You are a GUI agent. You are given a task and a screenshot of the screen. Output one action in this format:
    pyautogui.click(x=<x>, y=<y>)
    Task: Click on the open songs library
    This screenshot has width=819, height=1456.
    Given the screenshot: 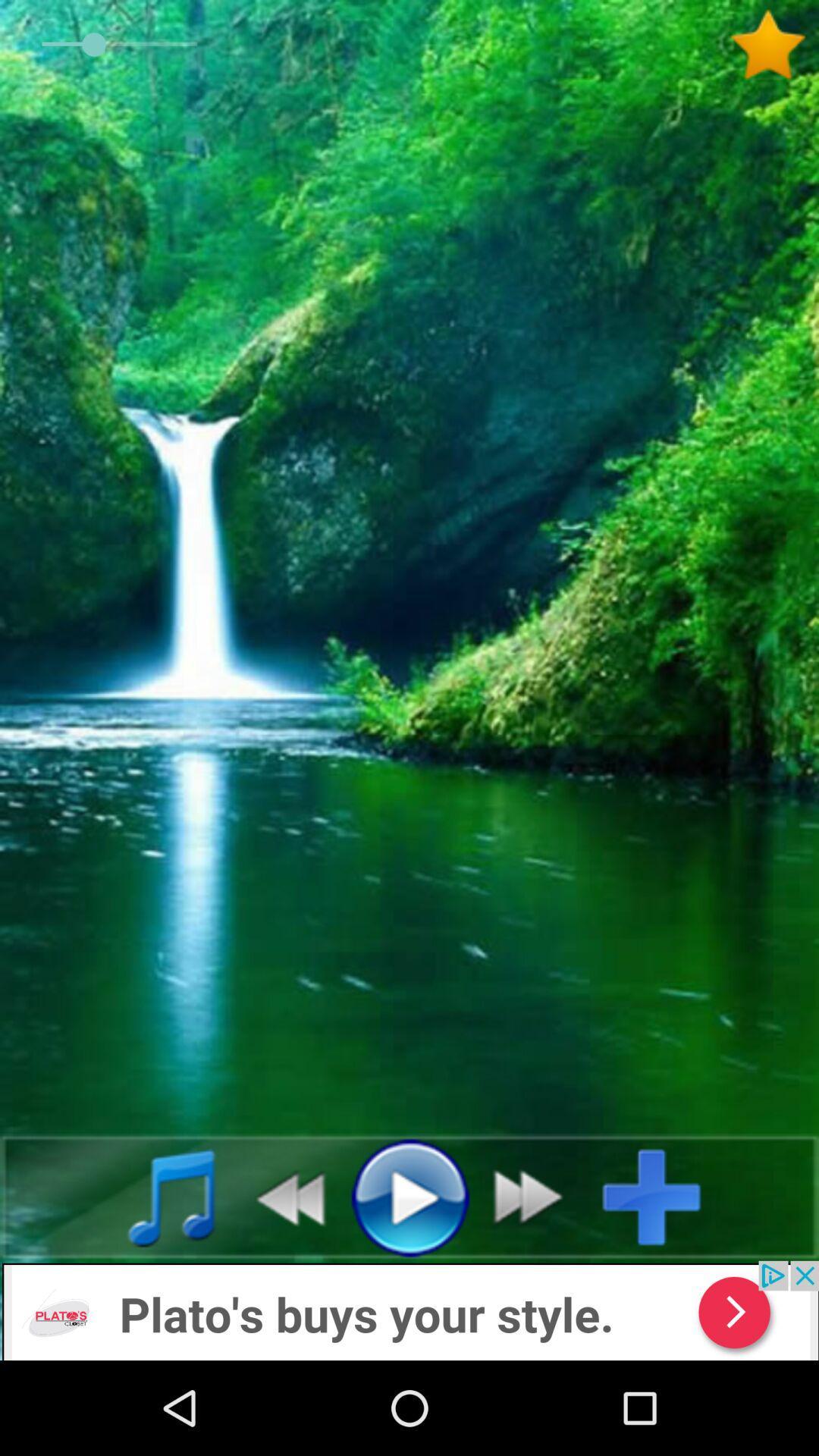 What is the action you would take?
    pyautogui.click(x=155, y=1196)
    